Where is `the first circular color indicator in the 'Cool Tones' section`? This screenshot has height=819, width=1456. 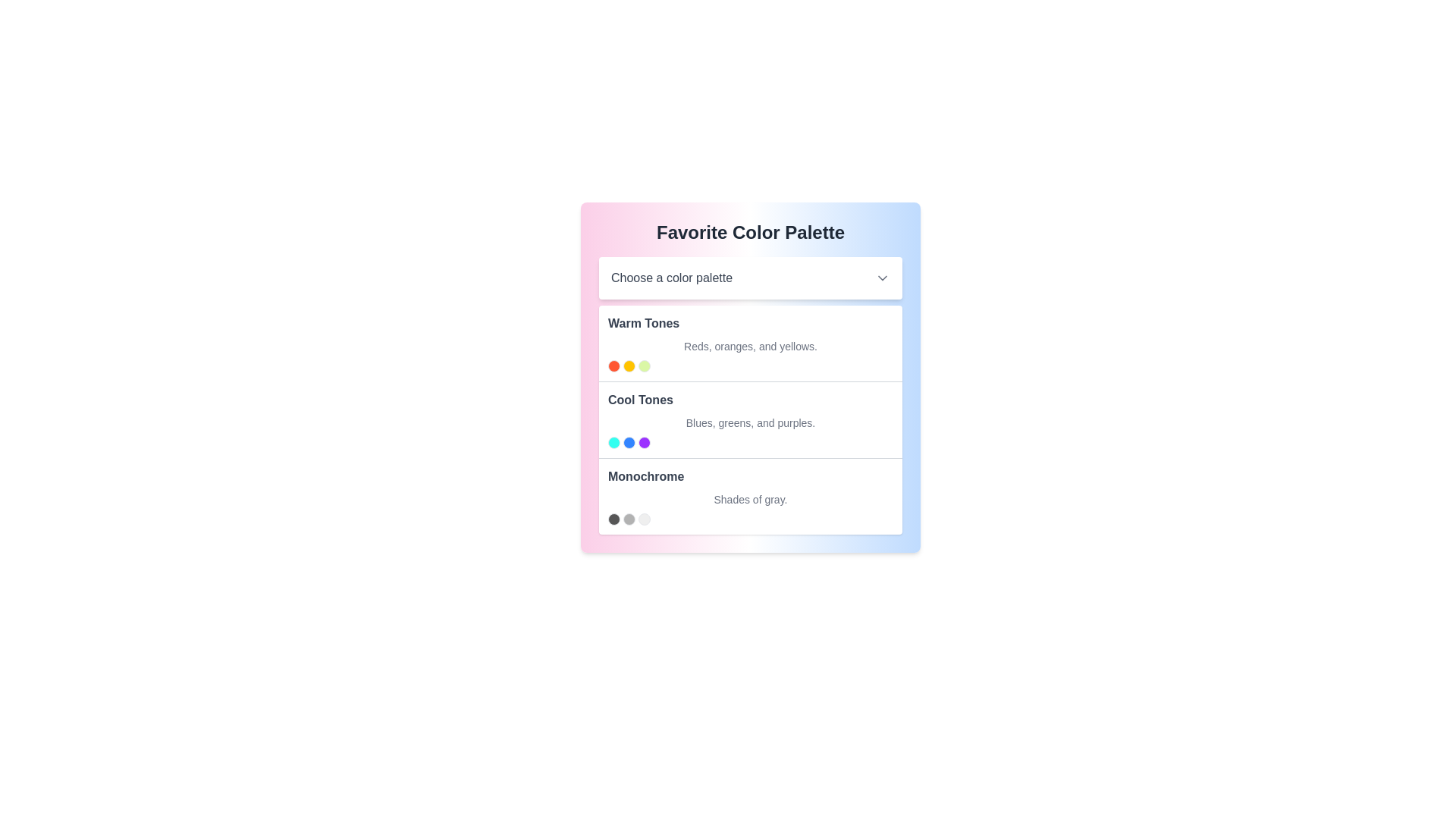 the first circular color indicator in the 'Cool Tones' section is located at coordinates (614, 442).